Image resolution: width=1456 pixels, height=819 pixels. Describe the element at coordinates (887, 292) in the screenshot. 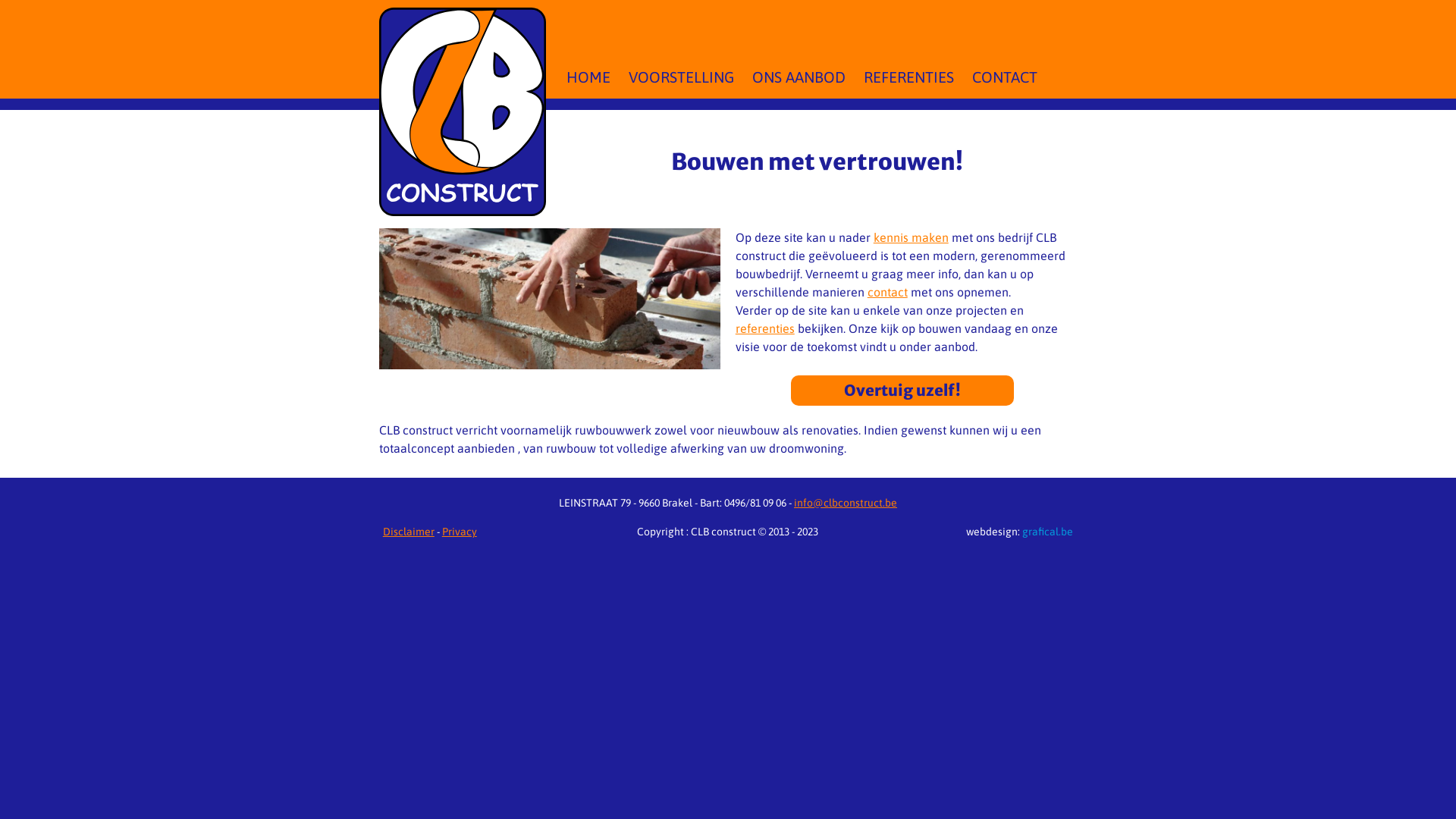

I see `'contact'` at that location.